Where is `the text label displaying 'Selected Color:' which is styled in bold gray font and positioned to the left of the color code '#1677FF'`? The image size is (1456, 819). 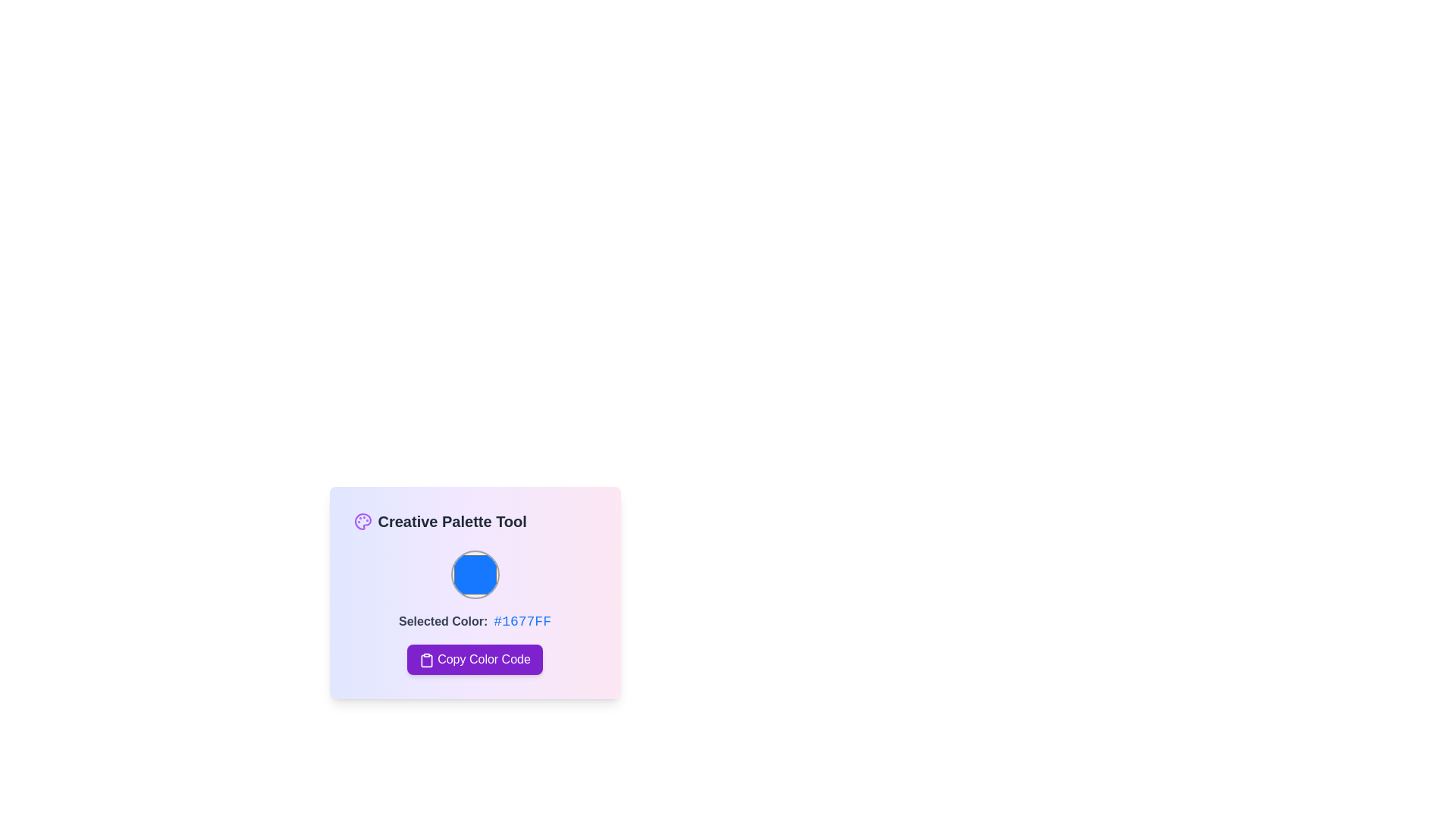
the text label displaying 'Selected Color:' which is styled in bold gray font and positioned to the left of the color code '#1677FF' is located at coordinates (442, 622).